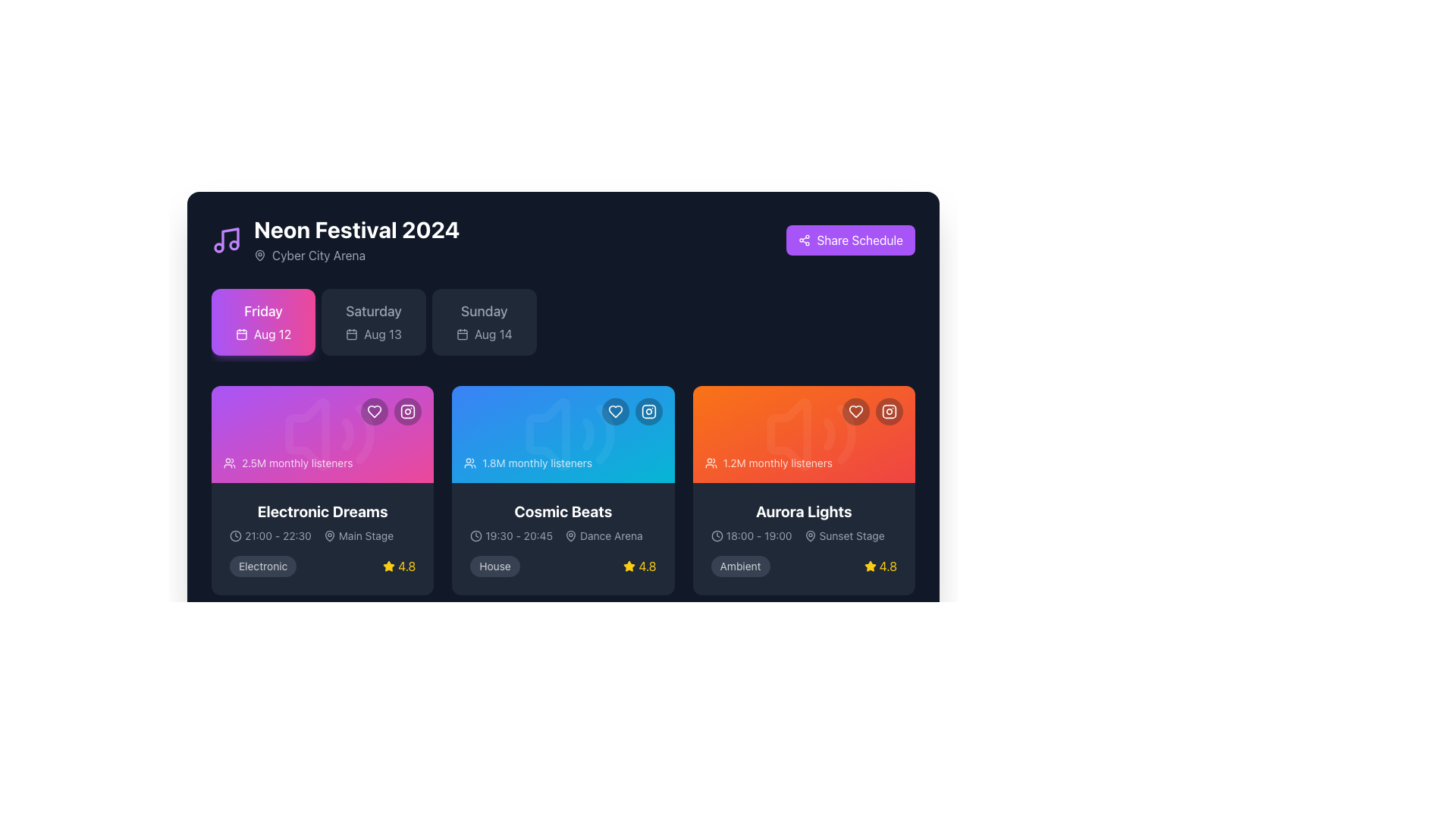  What do you see at coordinates (855, 412) in the screenshot?
I see `the 'like' button located in the top-right corner of the 'Aurora Lights' event card` at bounding box center [855, 412].